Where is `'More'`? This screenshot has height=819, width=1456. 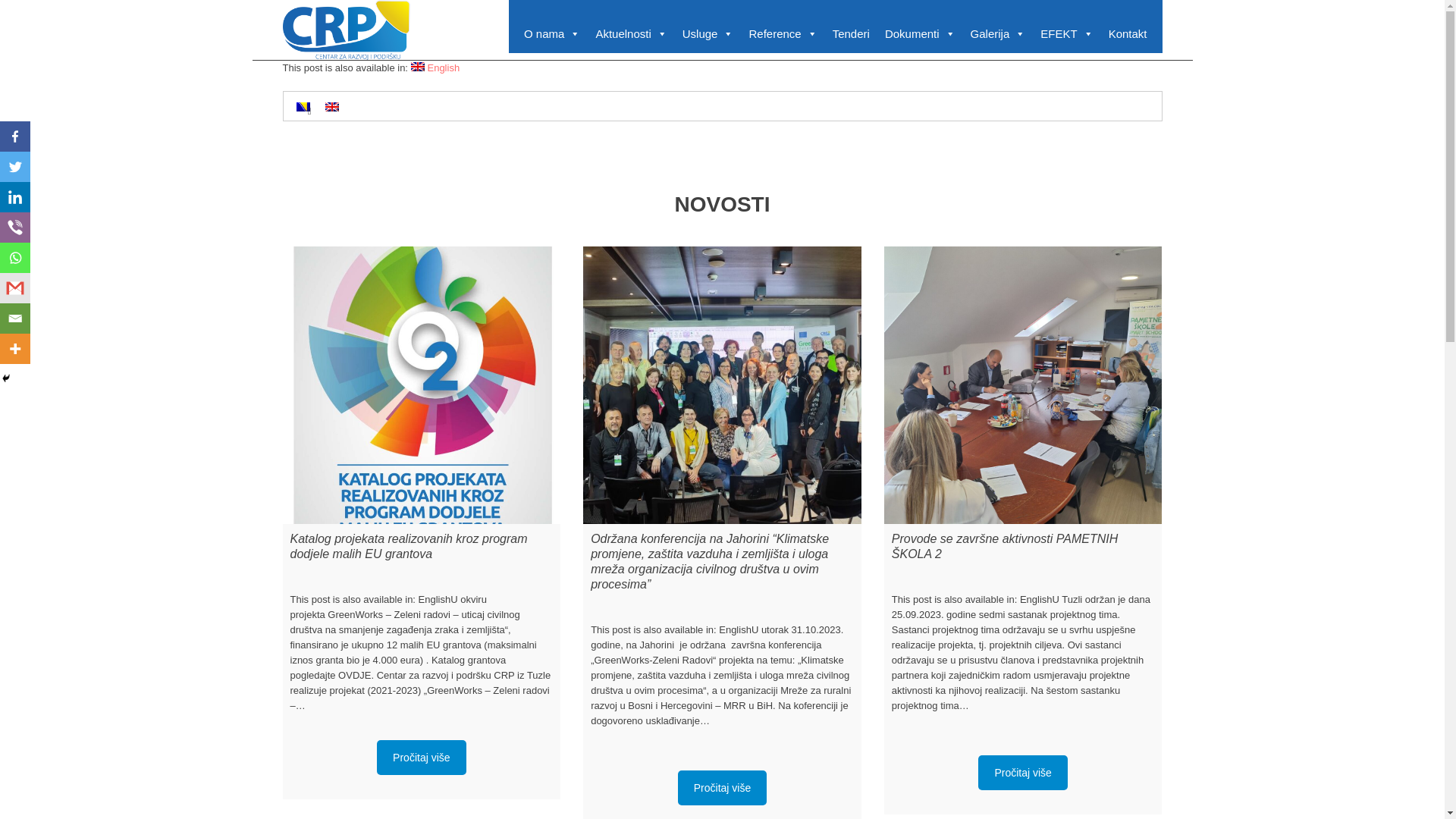 'More' is located at coordinates (14, 348).